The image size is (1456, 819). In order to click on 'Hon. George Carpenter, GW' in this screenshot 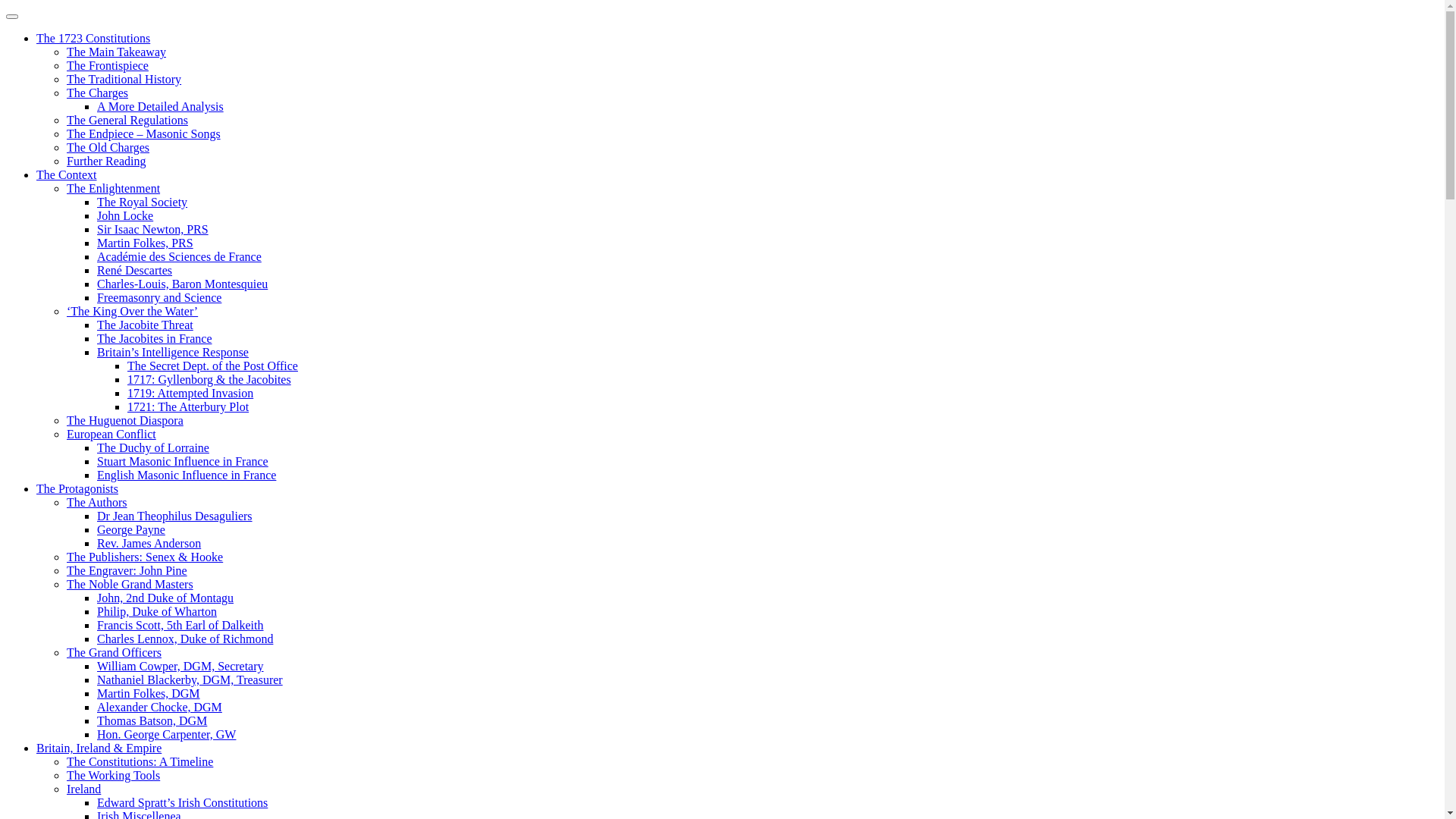, I will do `click(166, 733)`.